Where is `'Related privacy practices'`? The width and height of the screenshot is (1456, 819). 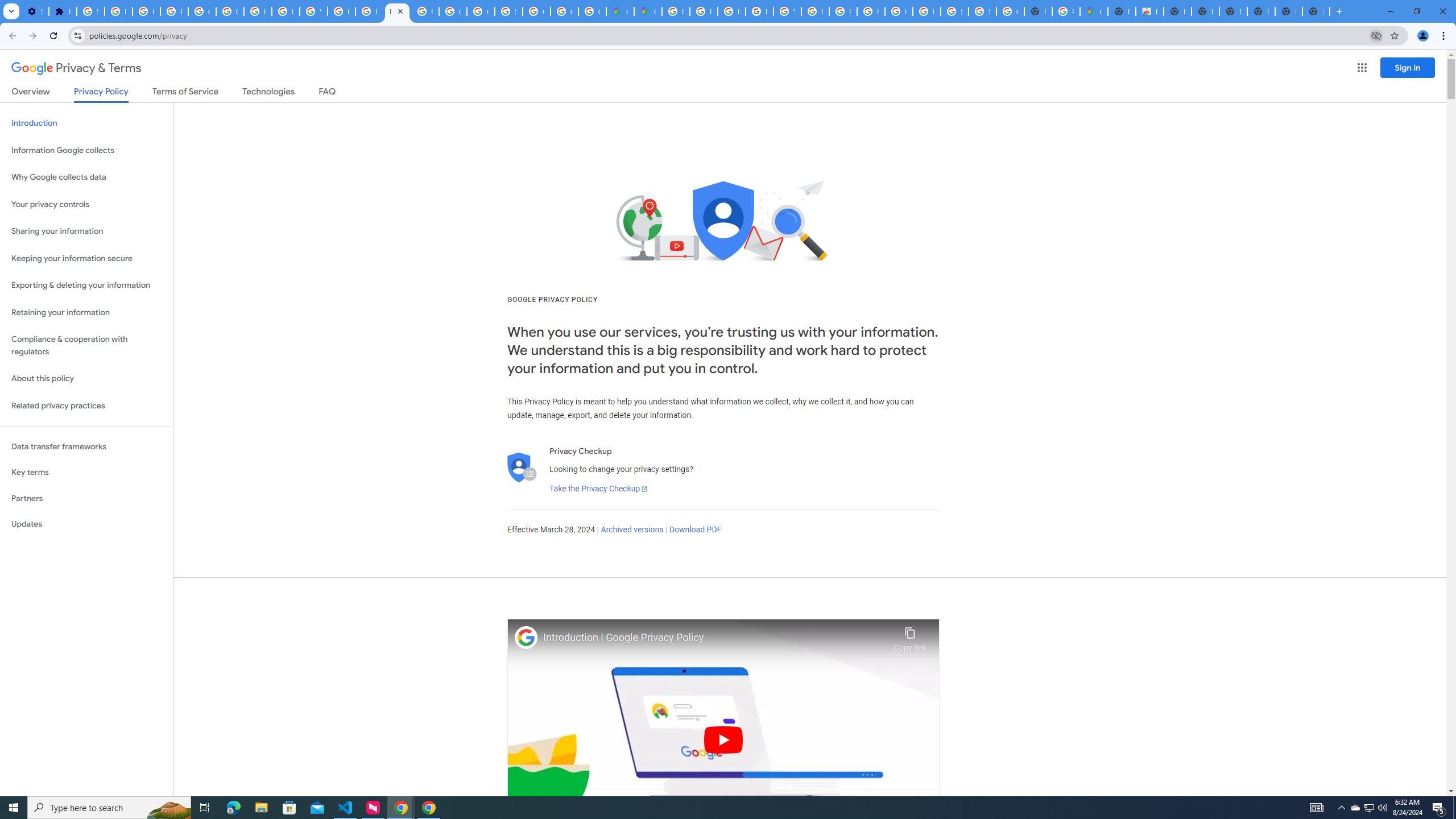
'Related privacy practices' is located at coordinates (86, 405).